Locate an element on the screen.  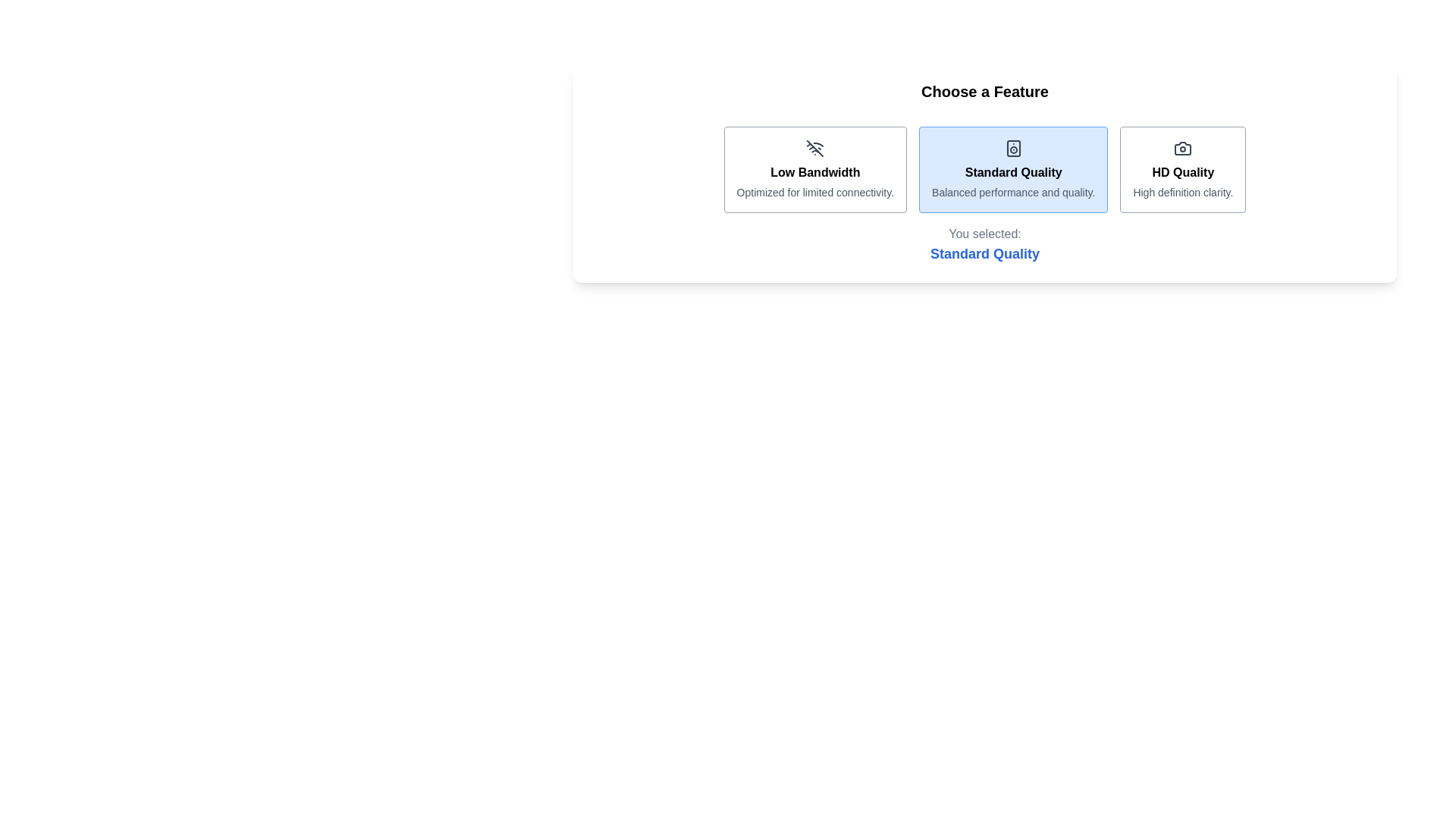
the HD Quality icon located at the center of the HD Quality selection button is located at coordinates (1182, 149).